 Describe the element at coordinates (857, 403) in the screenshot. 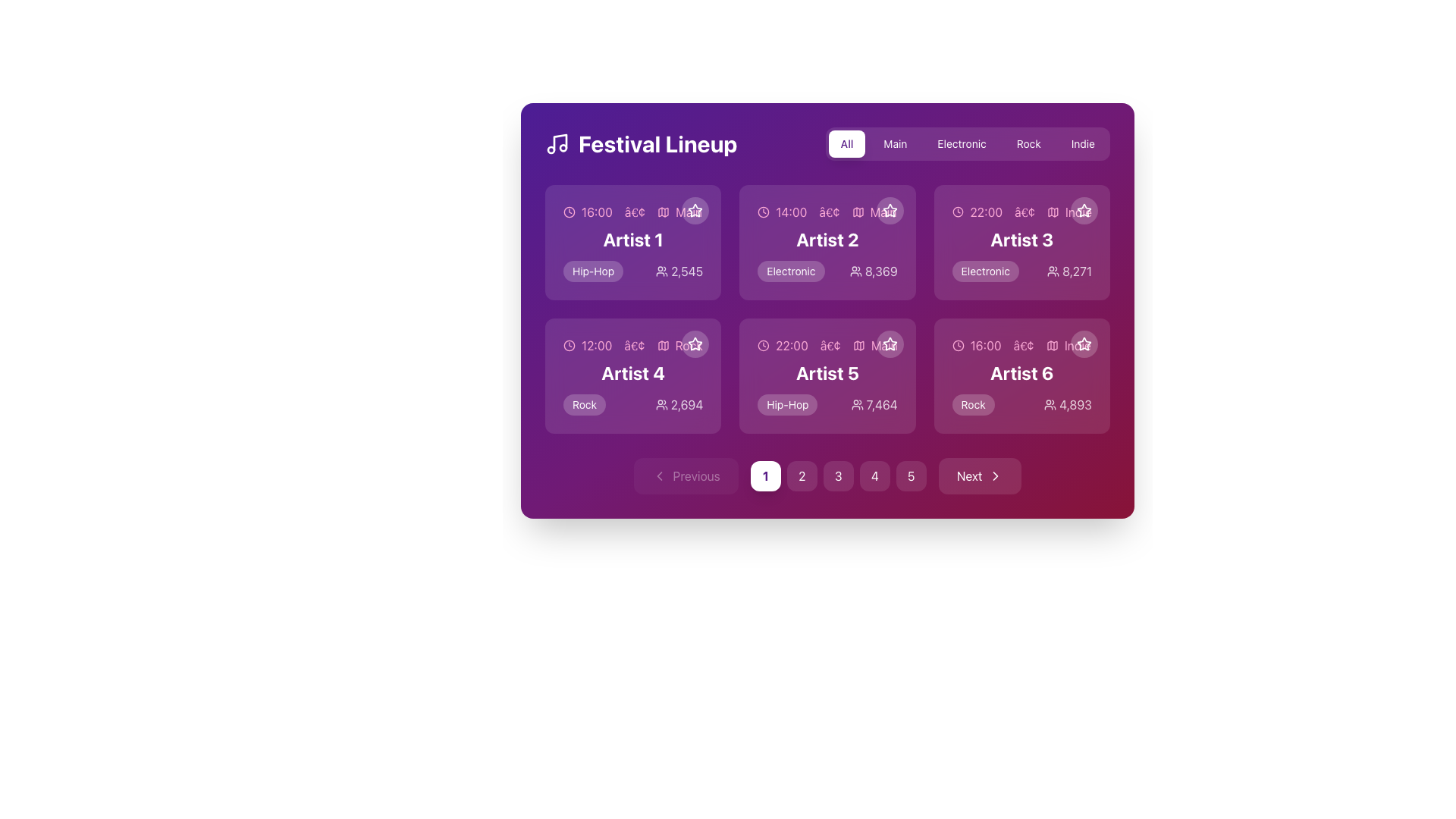

I see `the icon resembling two human figures located to the left of the numerical text '7,464', associated with 'Artist 5'` at that location.